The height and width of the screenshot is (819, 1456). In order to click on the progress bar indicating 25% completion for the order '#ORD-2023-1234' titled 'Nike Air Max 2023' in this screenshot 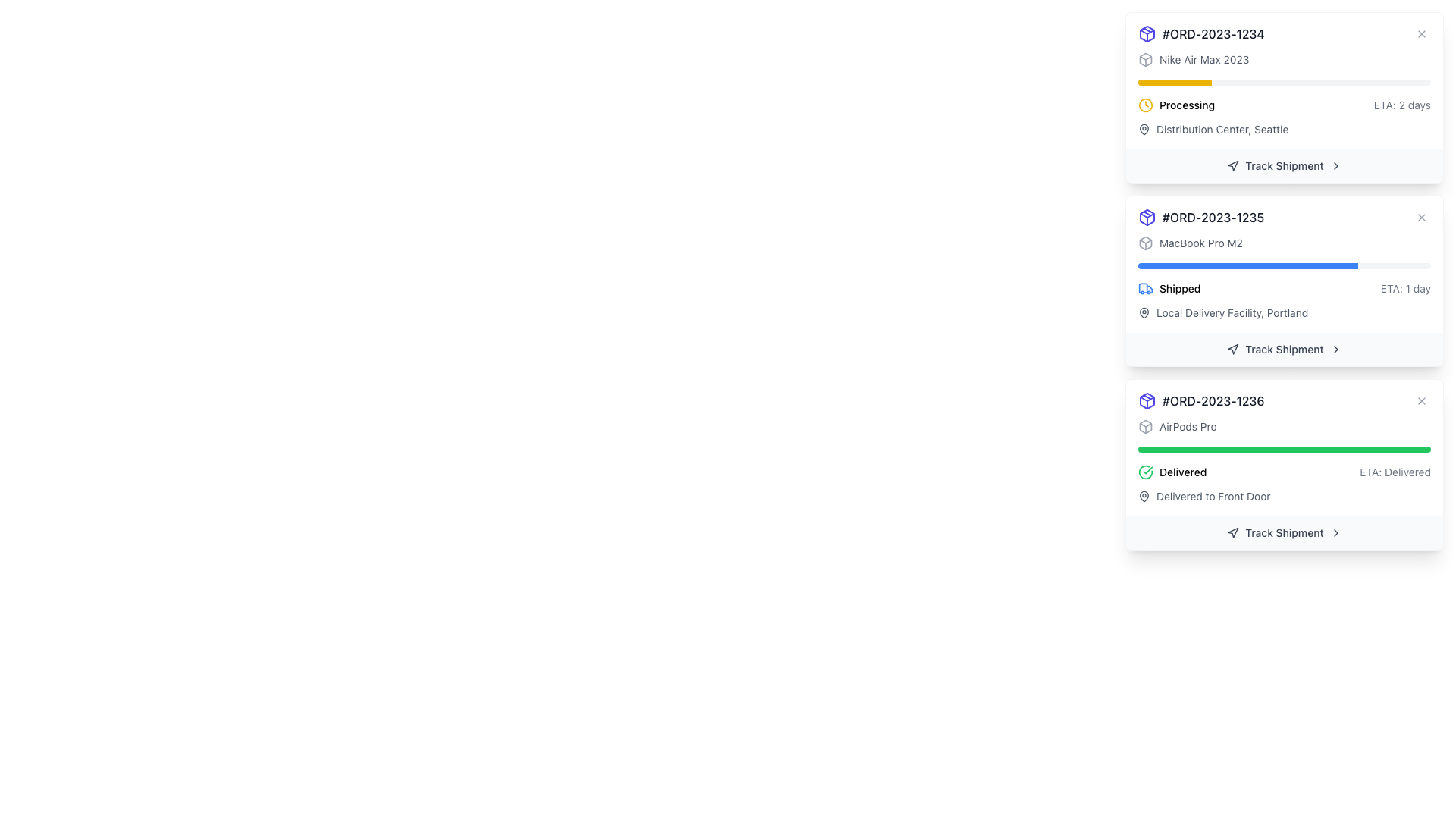, I will do `click(1284, 82)`.